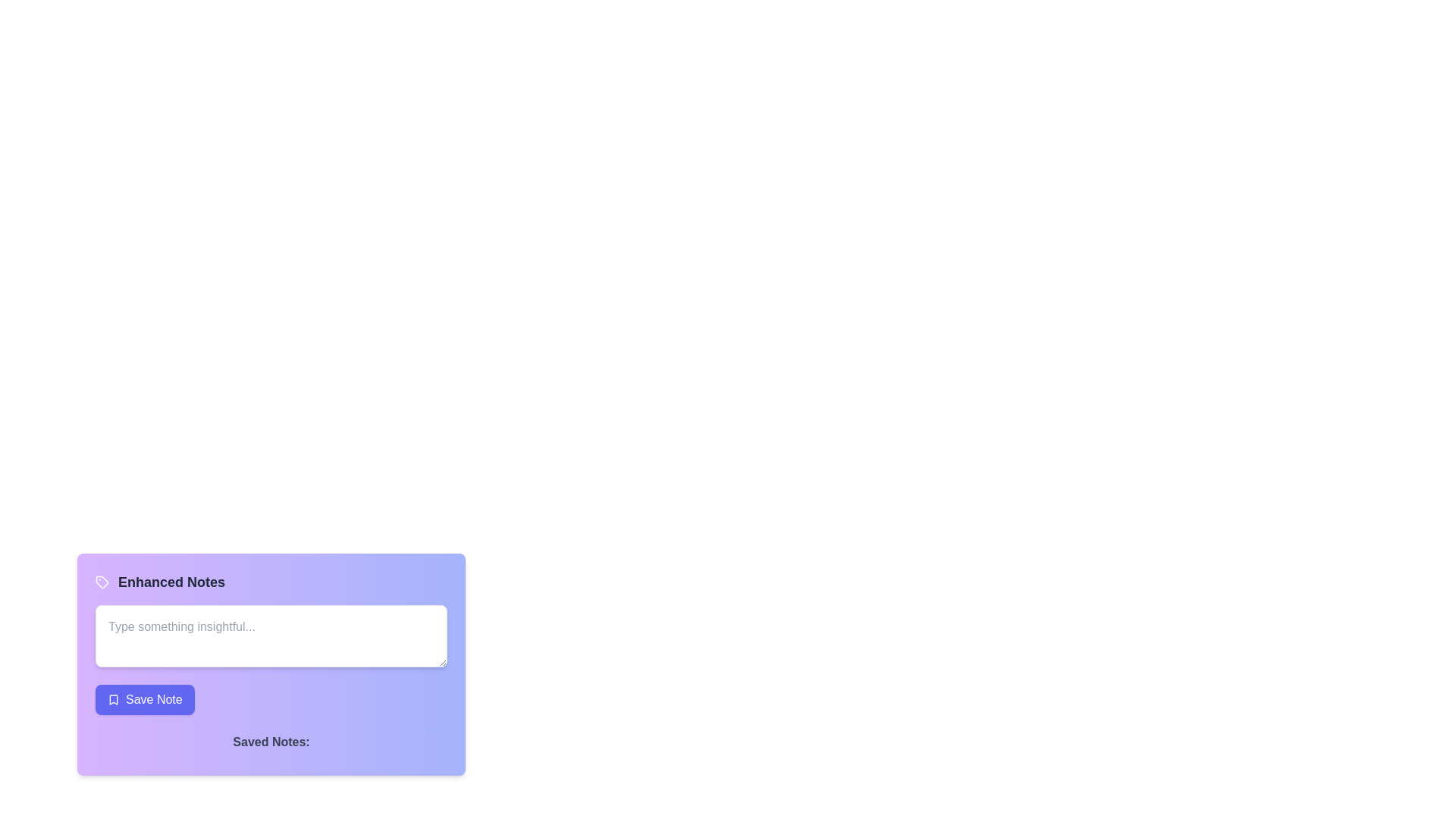 The height and width of the screenshot is (819, 1456). What do you see at coordinates (153, 699) in the screenshot?
I see `the 'Save Note' button, which is a rounded rectangle with a gradient purple background, located at the bottom-left part of the card interface` at bounding box center [153, 699].